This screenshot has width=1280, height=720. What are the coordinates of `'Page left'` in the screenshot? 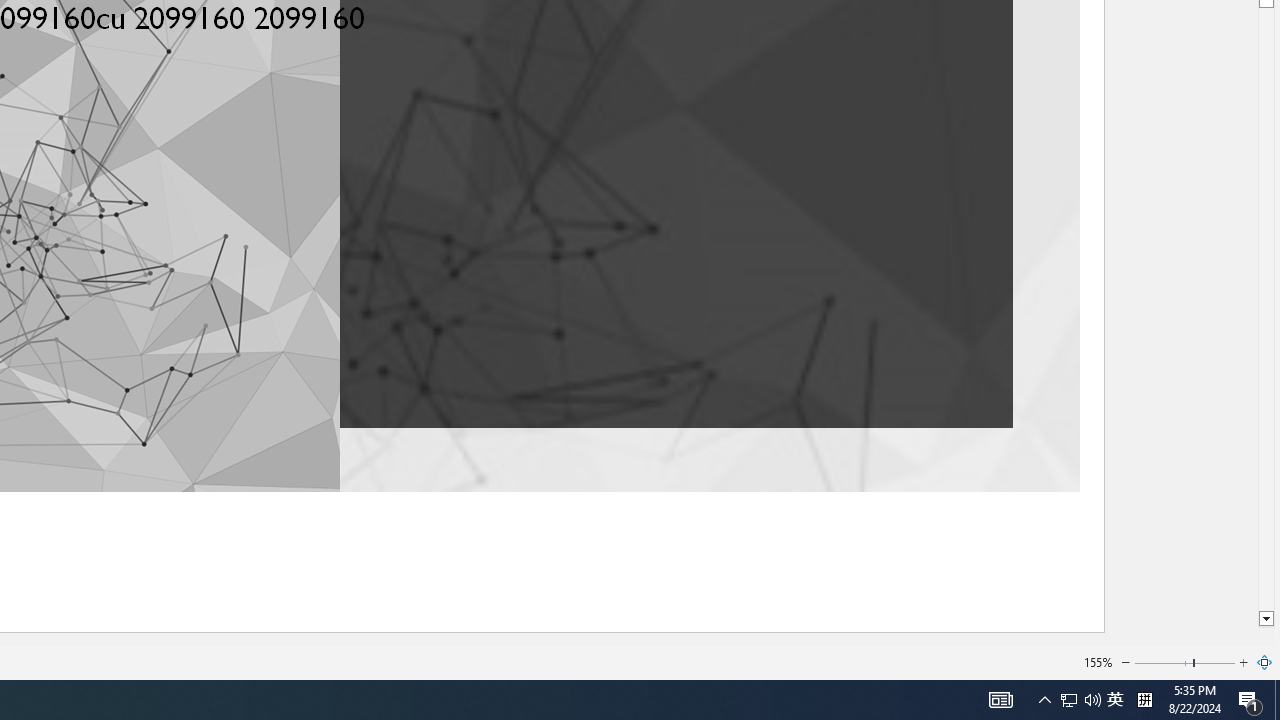 It's located at (1163, 663).